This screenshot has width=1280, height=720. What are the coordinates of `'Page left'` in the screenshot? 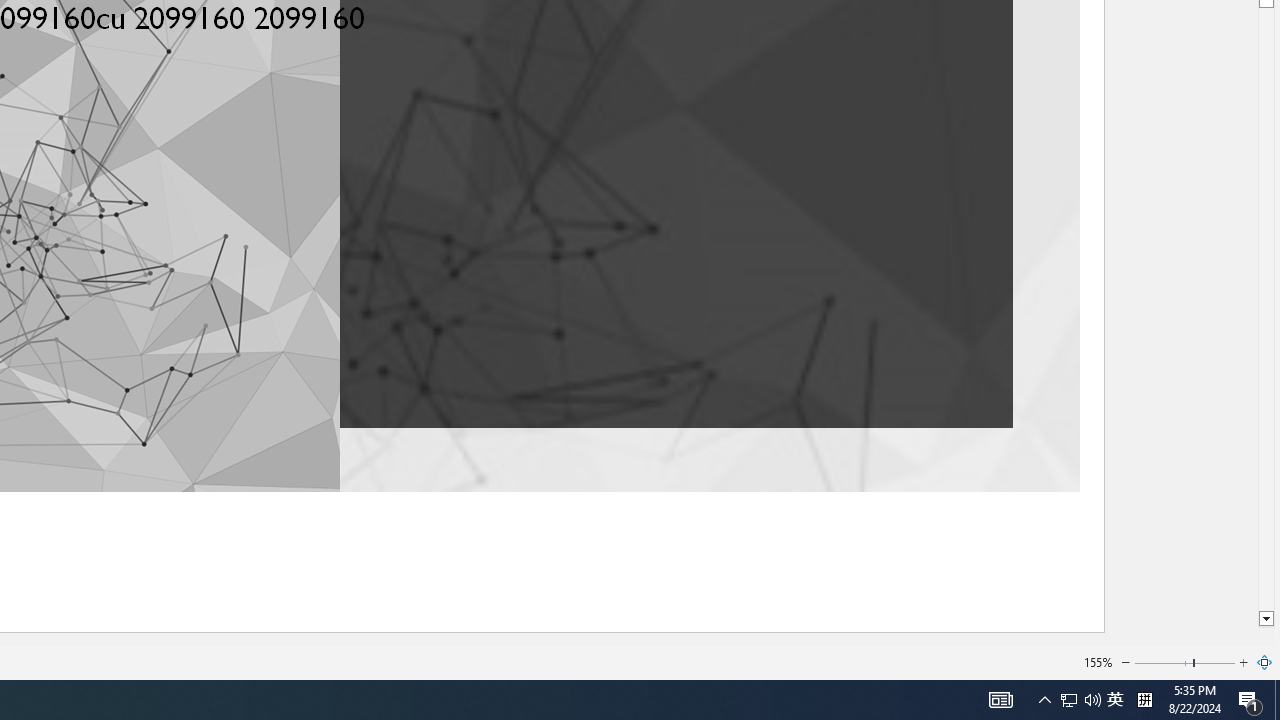 It's located at (1163, 663).